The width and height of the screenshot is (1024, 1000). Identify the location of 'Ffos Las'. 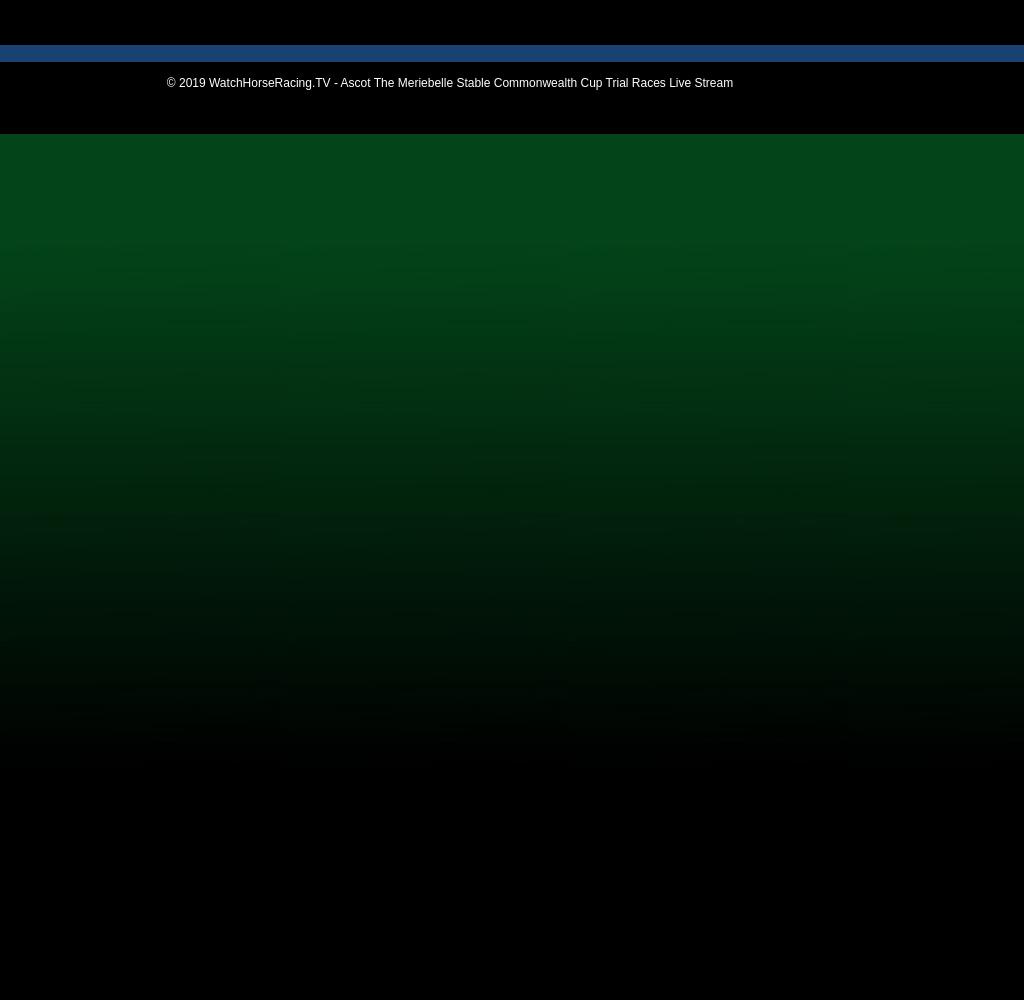
(53, 259).